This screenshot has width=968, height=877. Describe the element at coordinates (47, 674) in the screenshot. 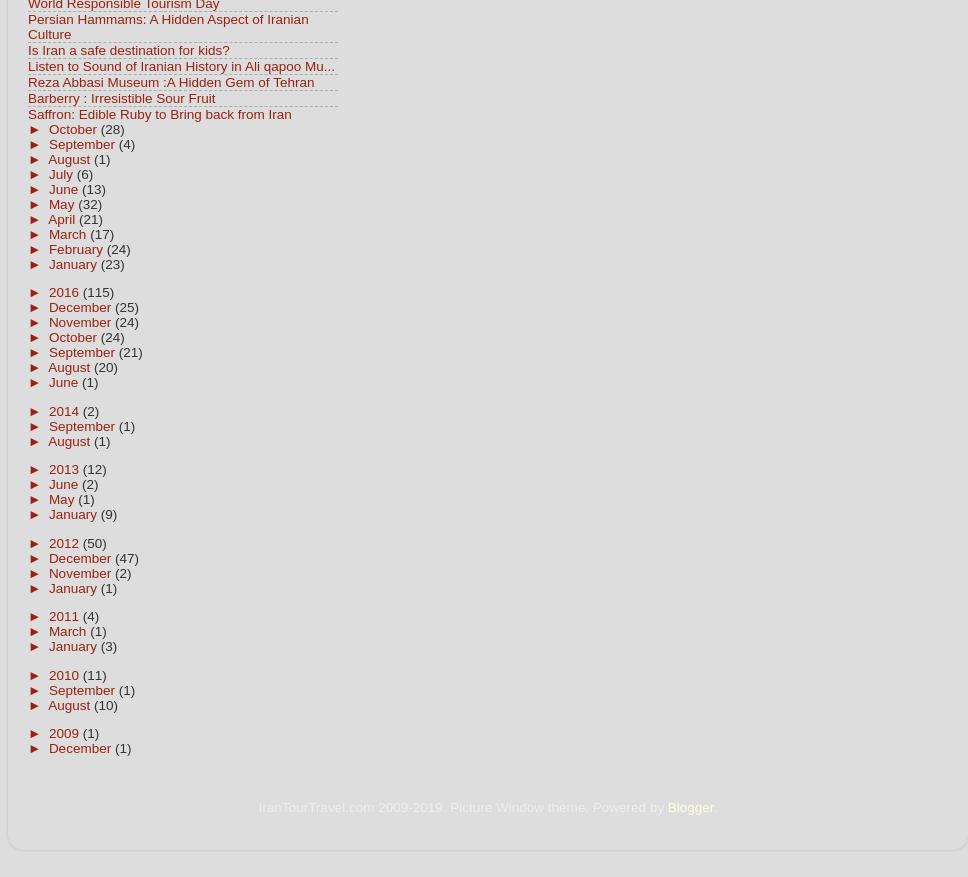

I see `'2010'` at that location.